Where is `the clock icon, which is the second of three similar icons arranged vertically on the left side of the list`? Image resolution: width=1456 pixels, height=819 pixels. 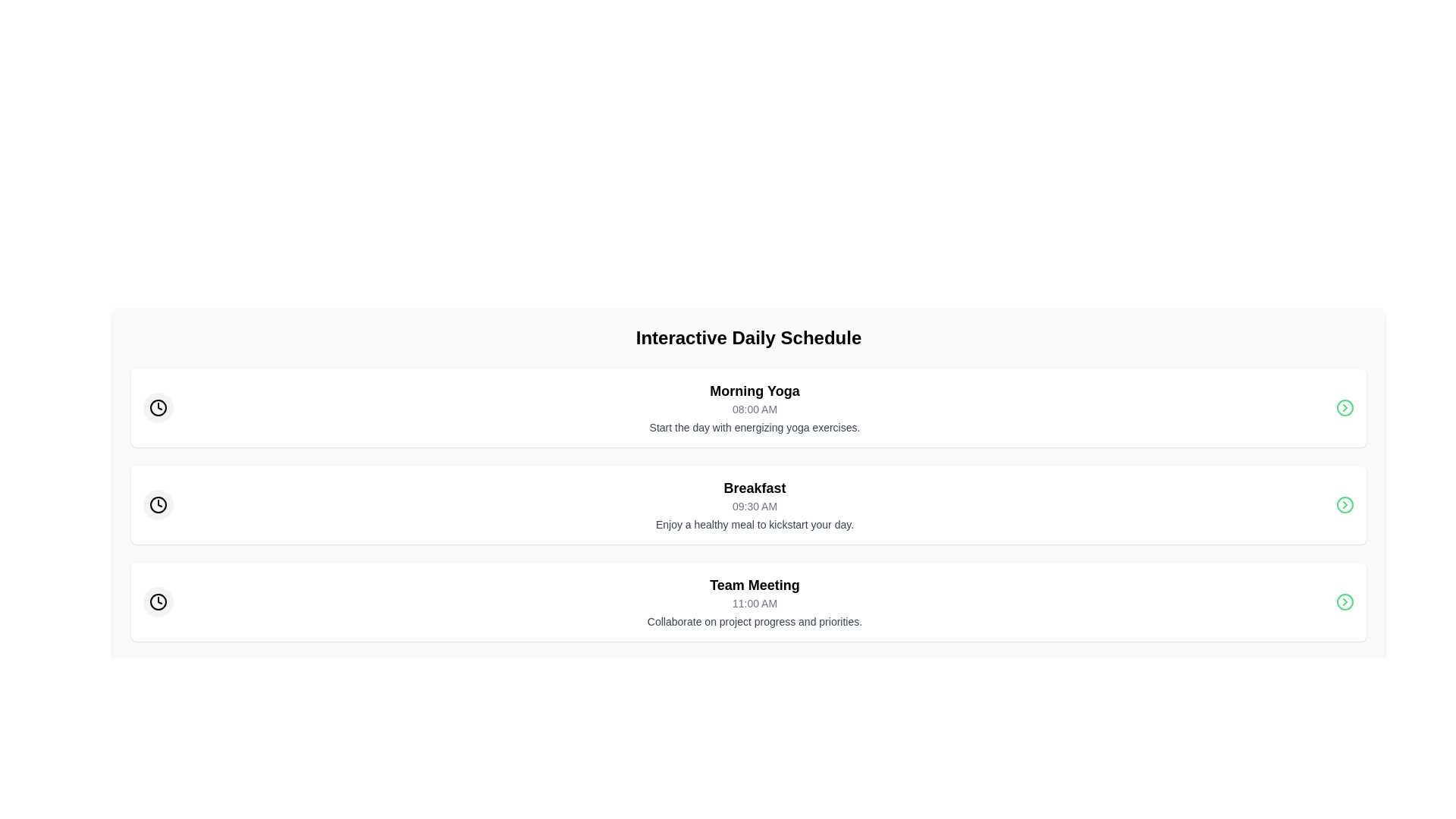
the clock icon, which is the second of three similar icons arranged vertically on the left side of the list is located at coordinates (158, 505).